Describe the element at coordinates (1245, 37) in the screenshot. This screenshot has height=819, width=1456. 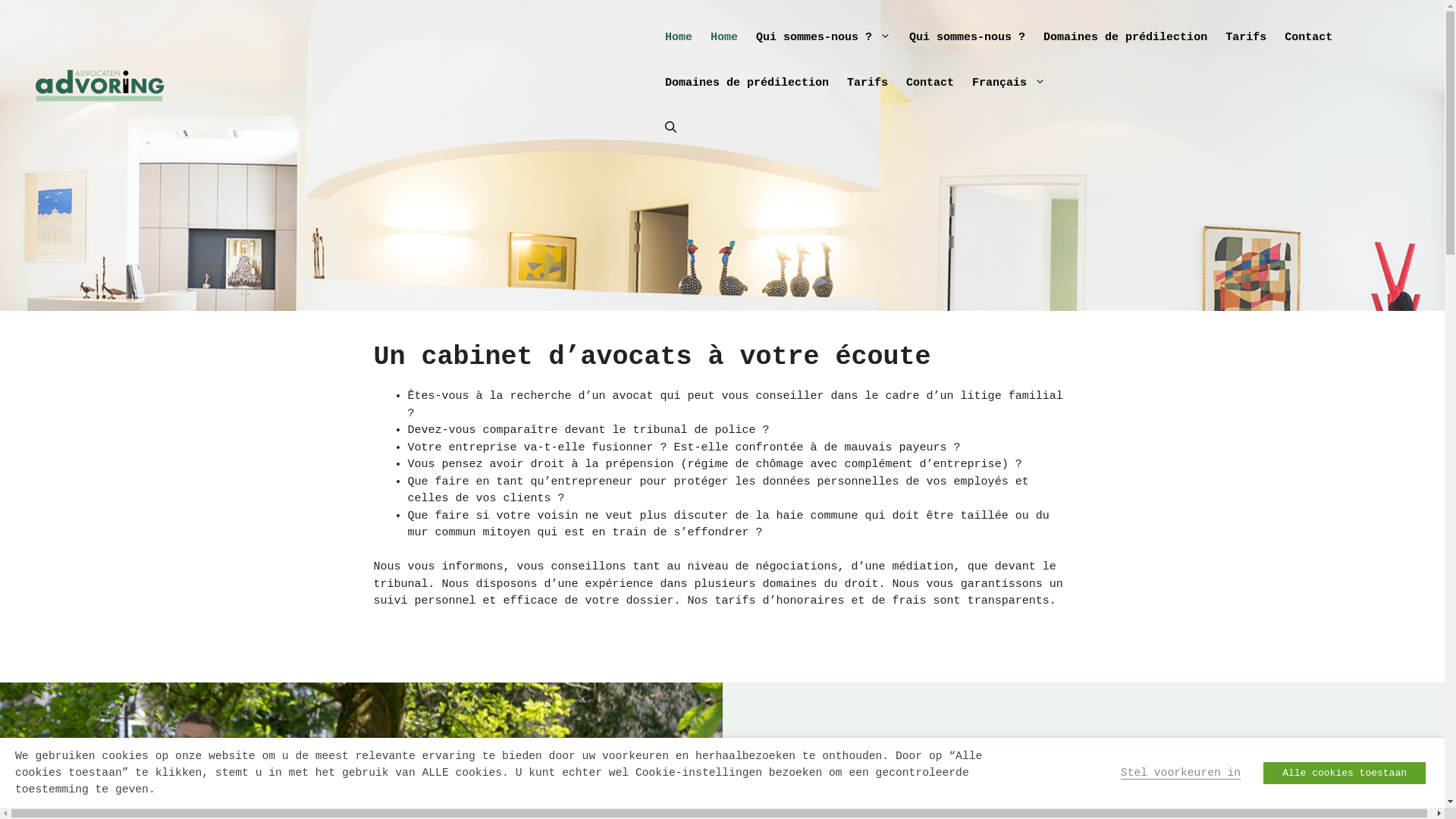
I see `'Tarifs'` at that location.